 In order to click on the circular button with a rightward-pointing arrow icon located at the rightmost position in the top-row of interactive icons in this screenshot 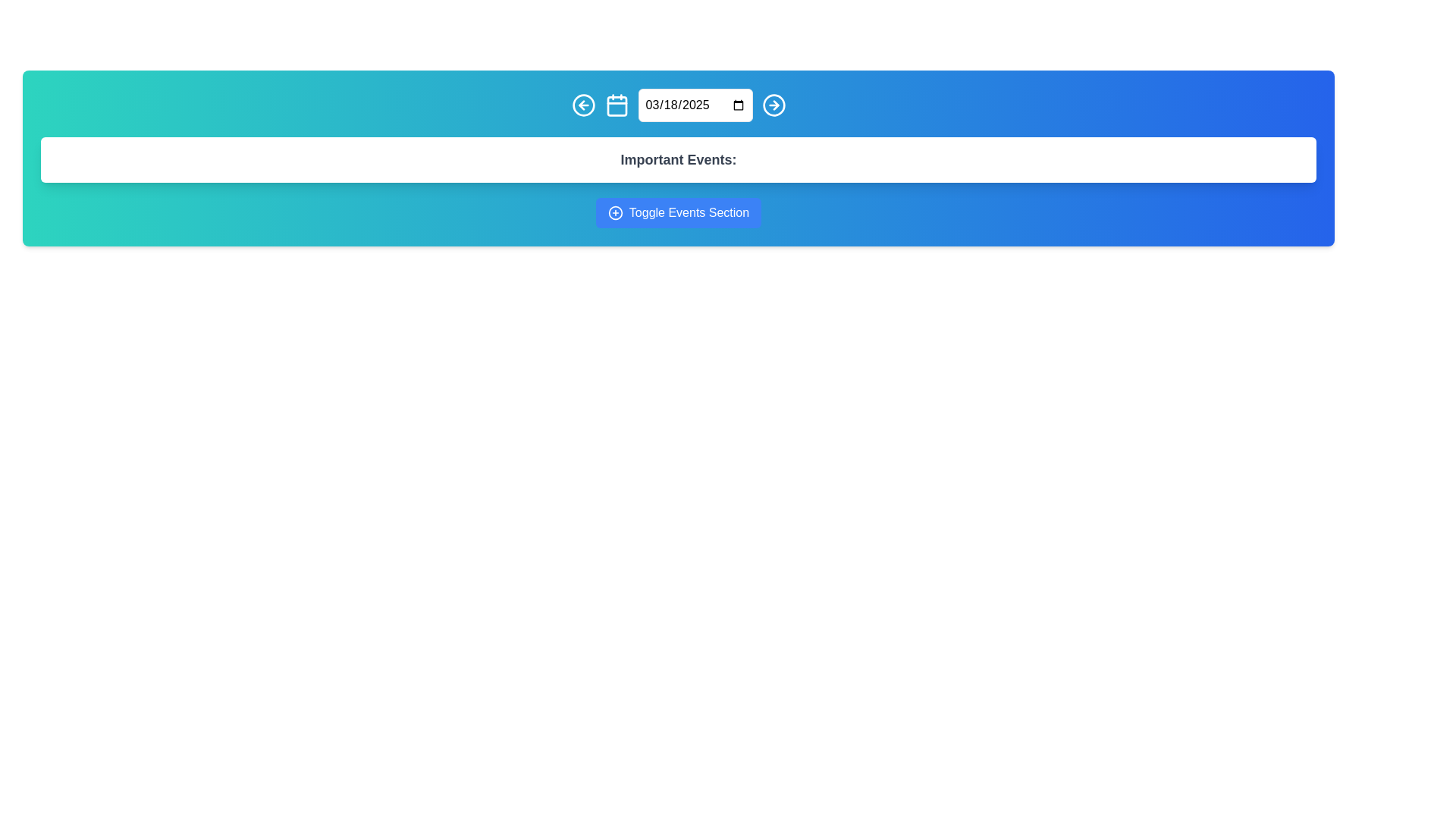, I will do `click(773, 104)`.